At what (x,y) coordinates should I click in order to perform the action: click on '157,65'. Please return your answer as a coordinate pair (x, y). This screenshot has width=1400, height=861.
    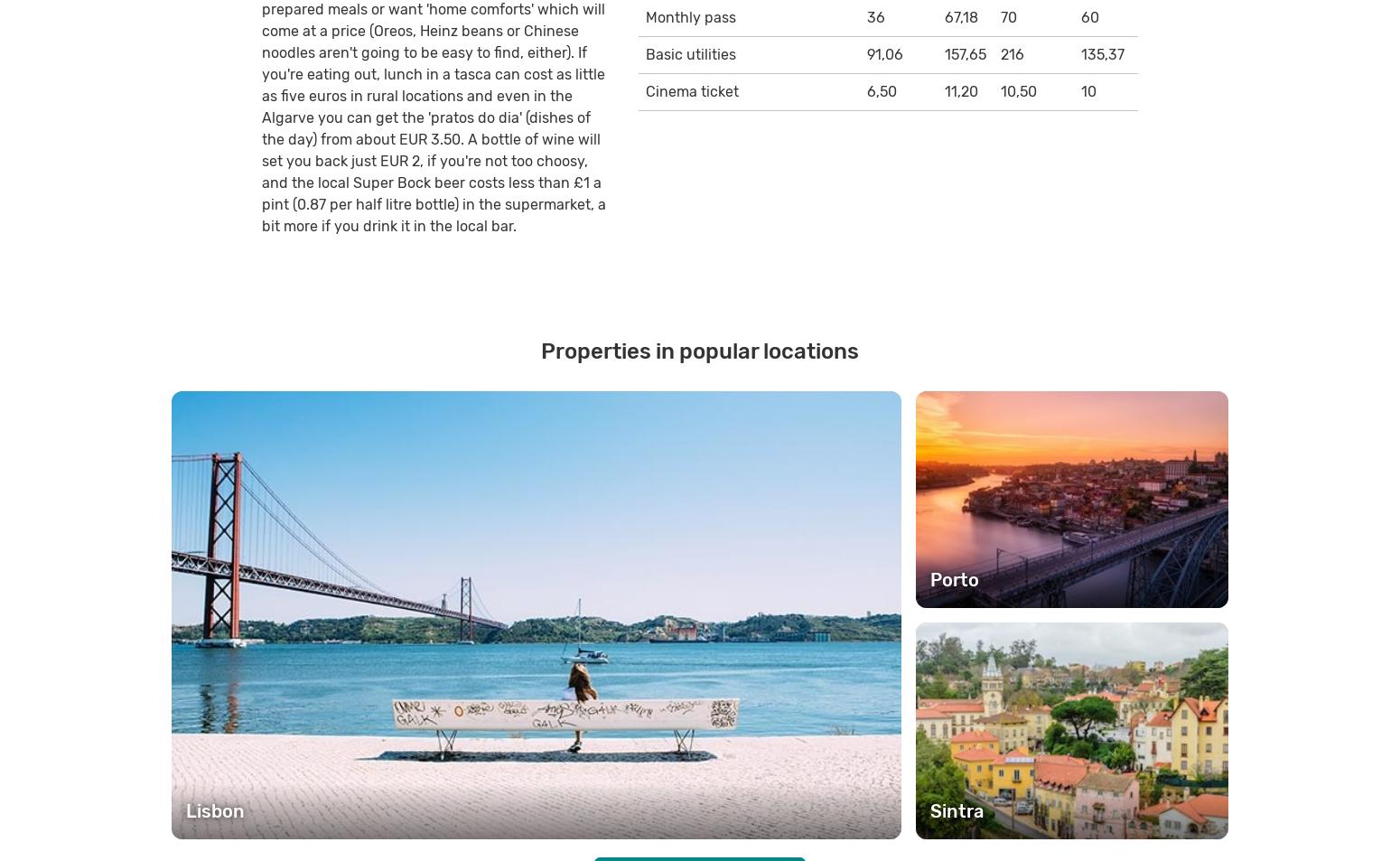
    Looking at the image, I should click on (964, 52).